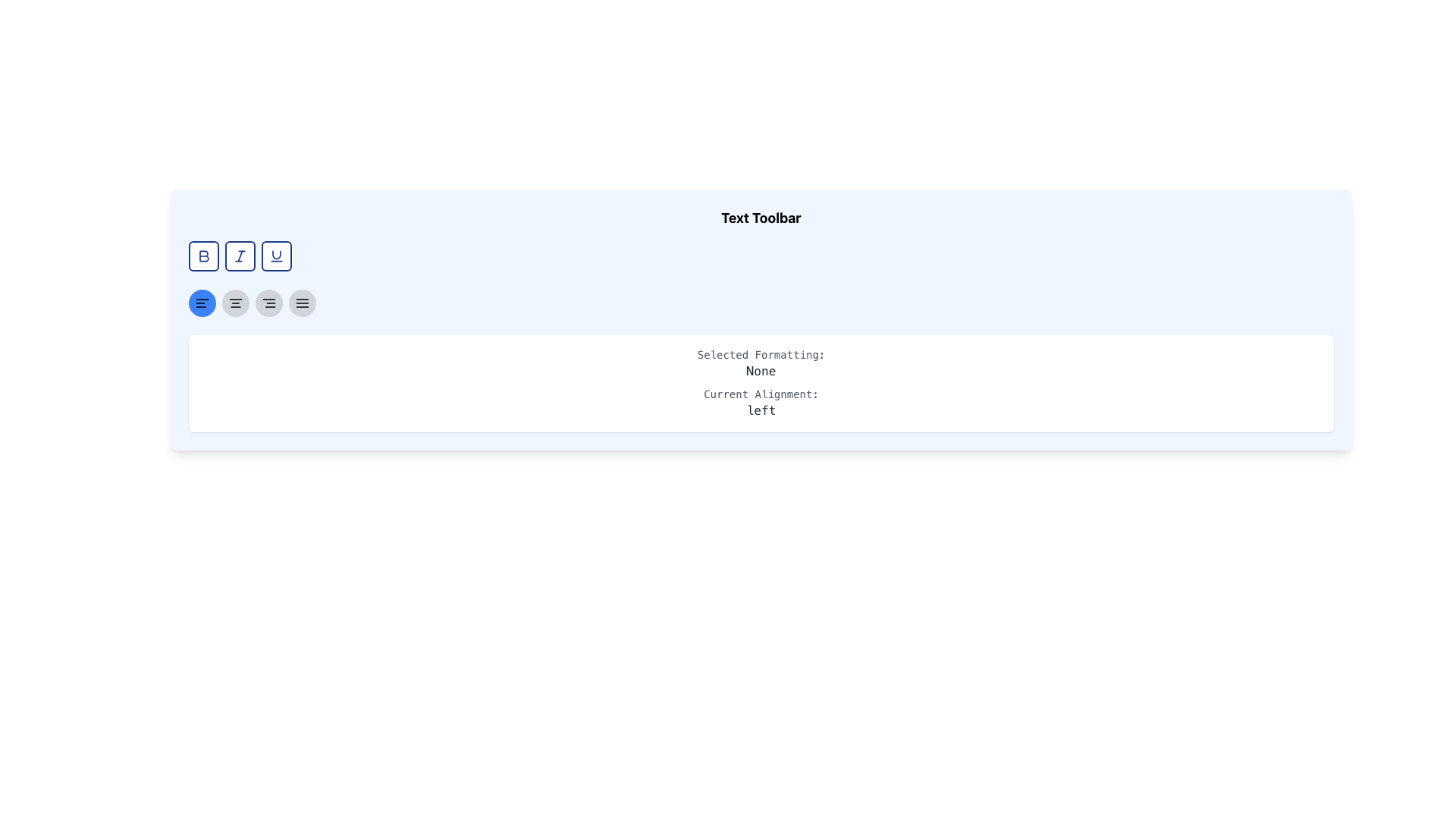  Describe the element at coordinates (202, 303) in the screenshot. I see `the first circular alignment button with a blue background and a left-align icon (three horizontal lines) located below the text styling buttons to align text to the left` at that location.